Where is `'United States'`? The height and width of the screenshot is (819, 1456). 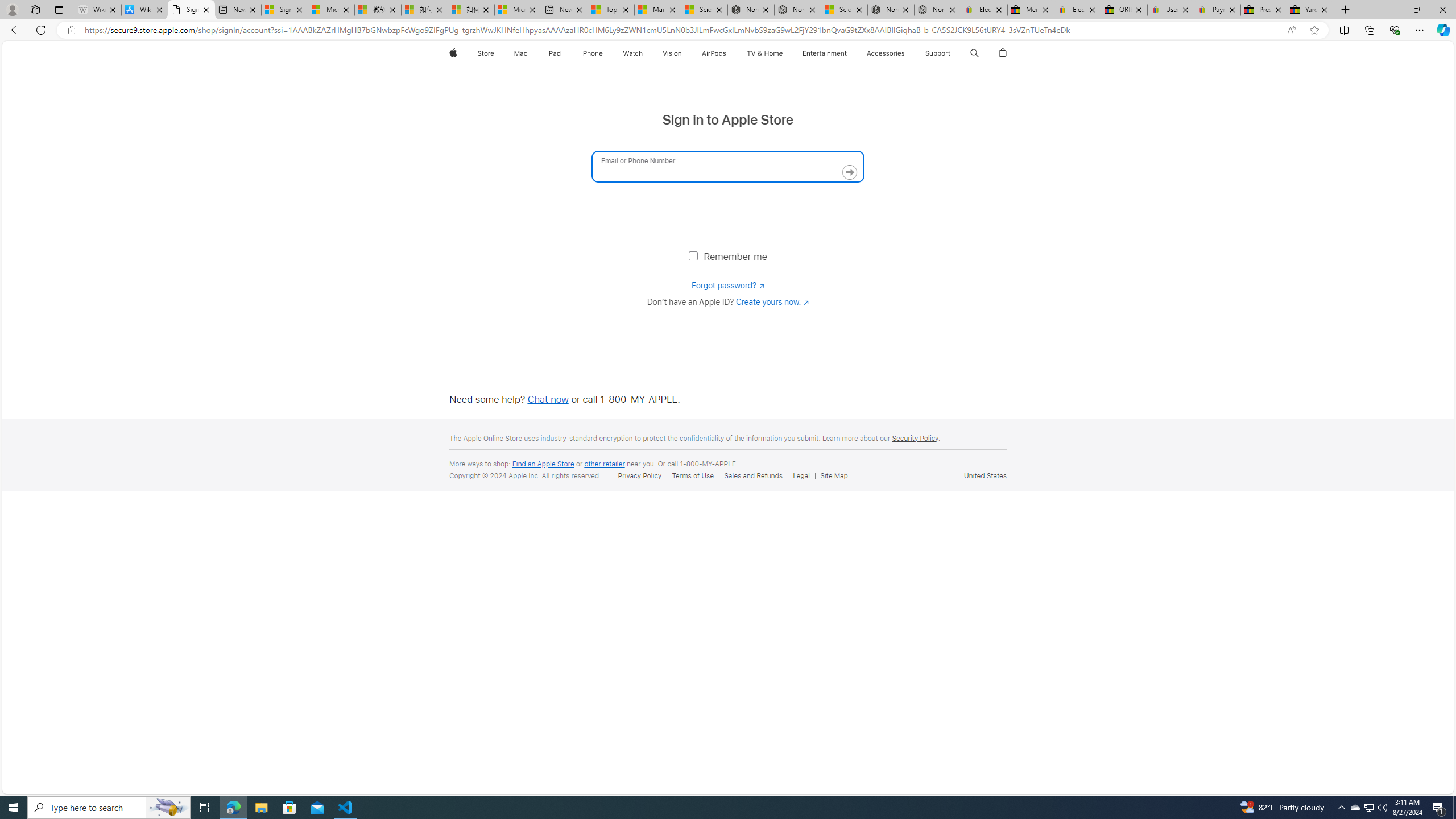
'United States' is located at coordinates (985, 475).